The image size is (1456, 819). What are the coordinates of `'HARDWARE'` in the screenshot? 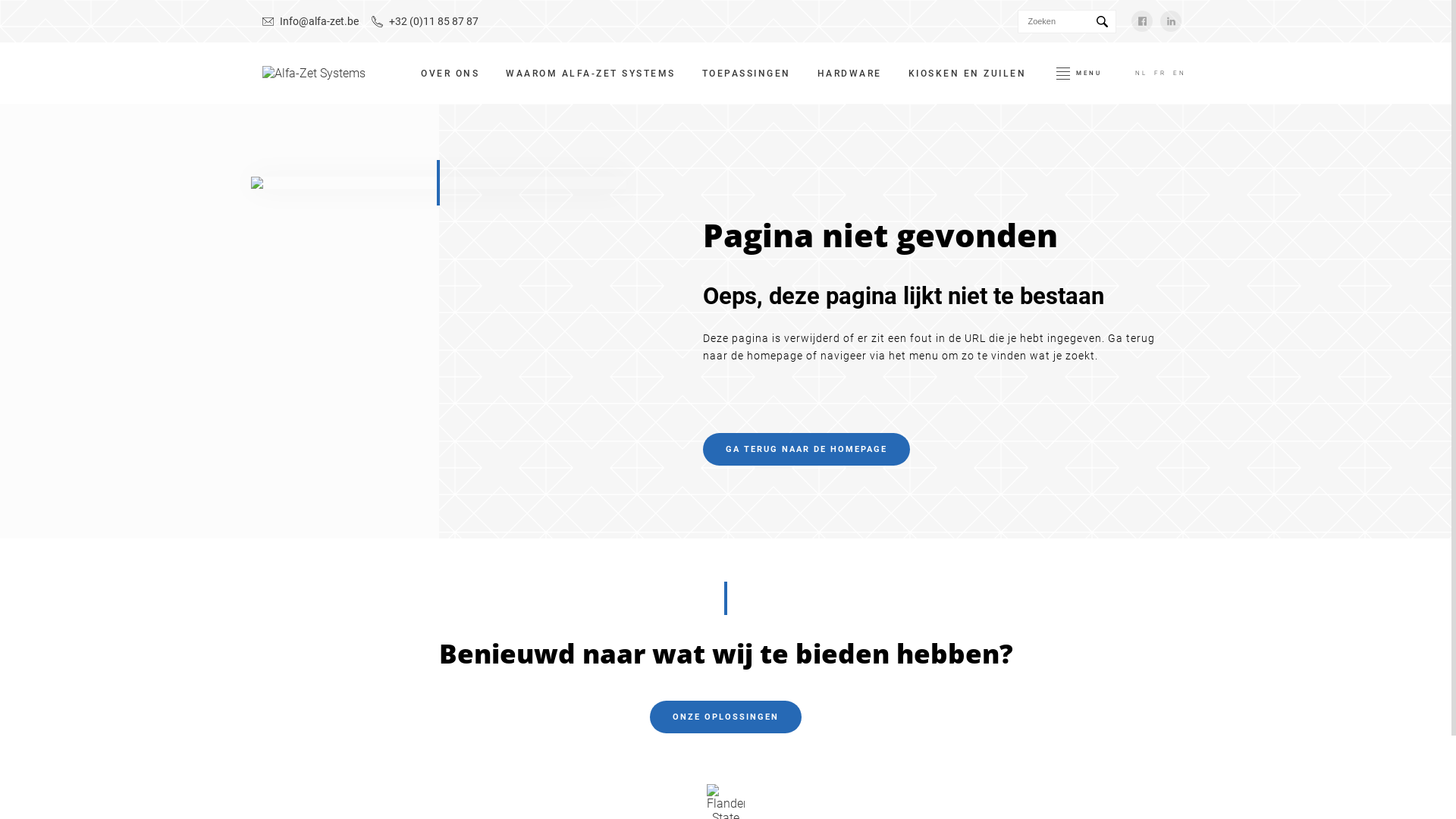 It's located at (849, 73).